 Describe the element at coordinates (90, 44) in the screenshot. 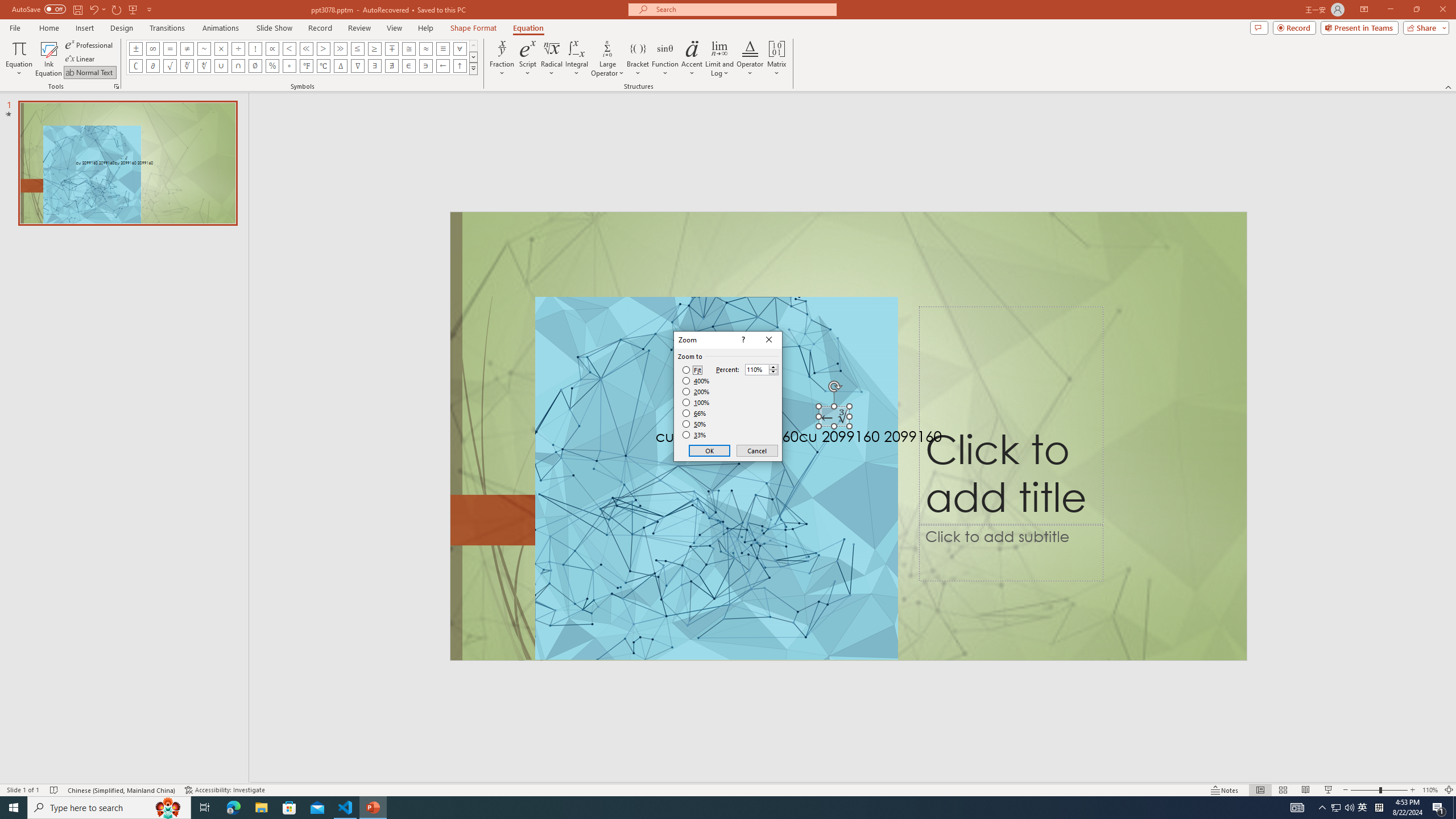

I see `'Professional'` at that location.